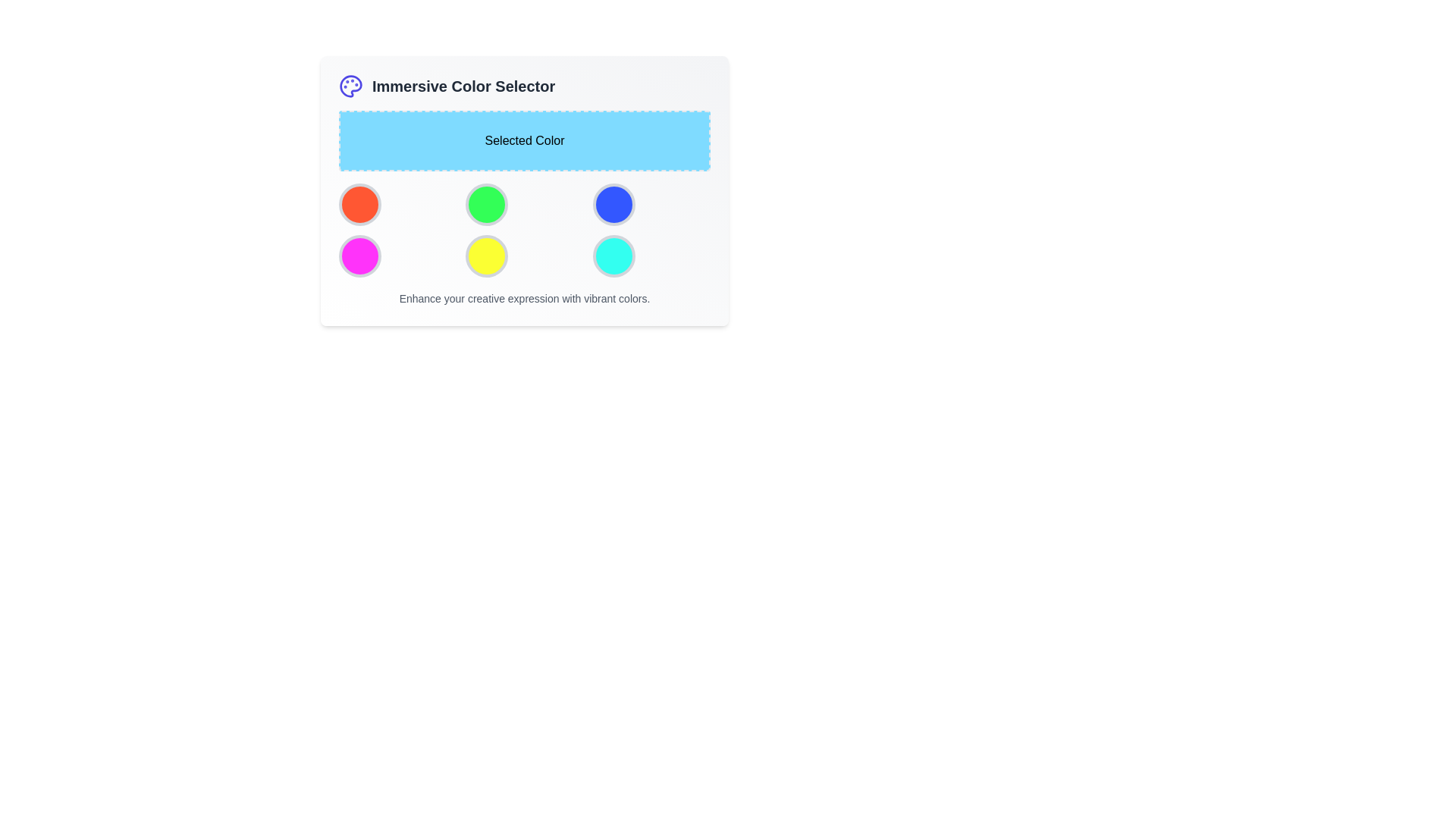 The image size is (1456, 819). I want to click on the color palette icon located near the upper-left corner of the application interface, which serves as a visual indicator of the palette, so click(350, 86).